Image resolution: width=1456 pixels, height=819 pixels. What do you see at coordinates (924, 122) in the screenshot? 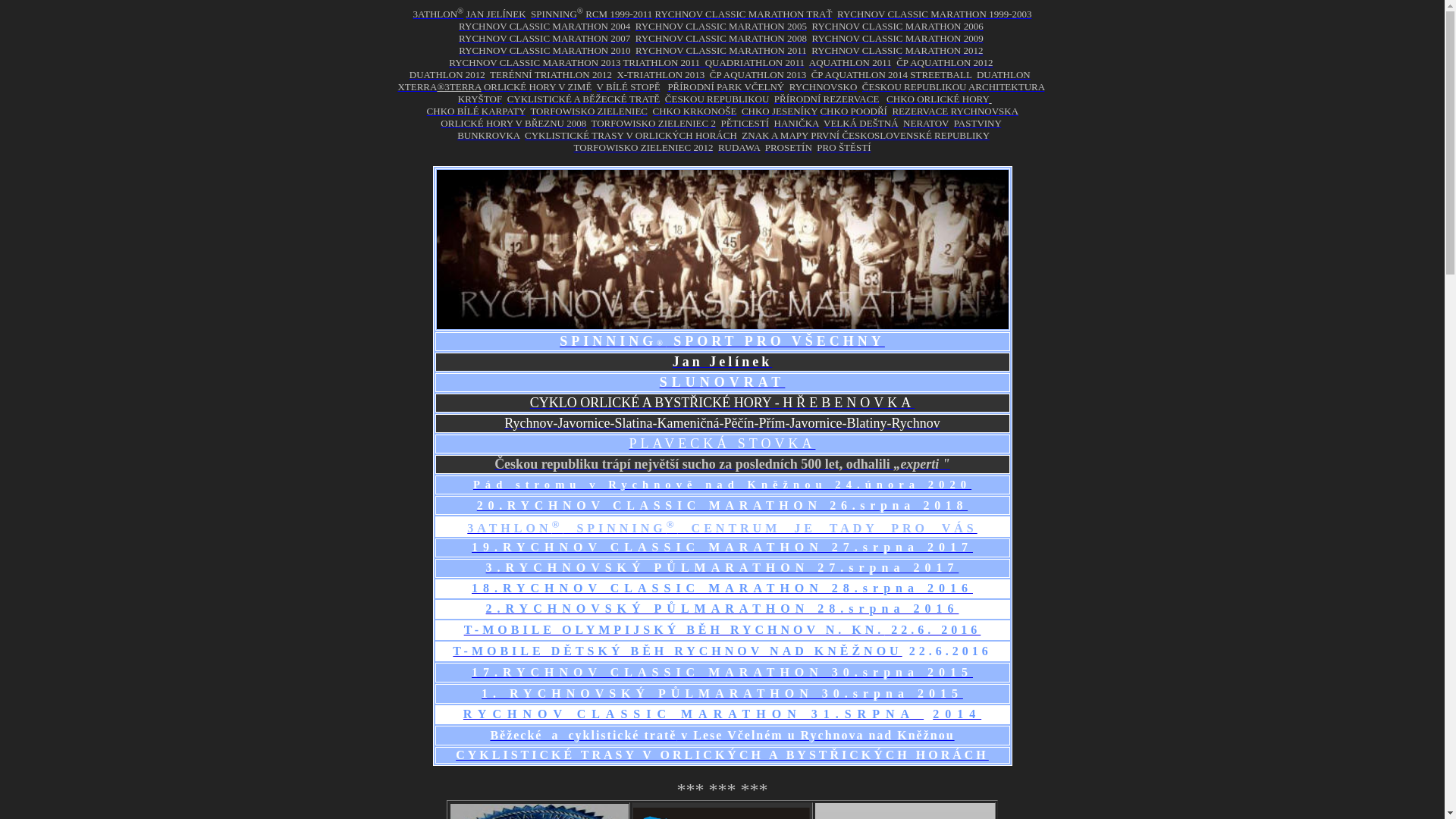
I see `'NERATOV'` at bounding box center [924, 122].